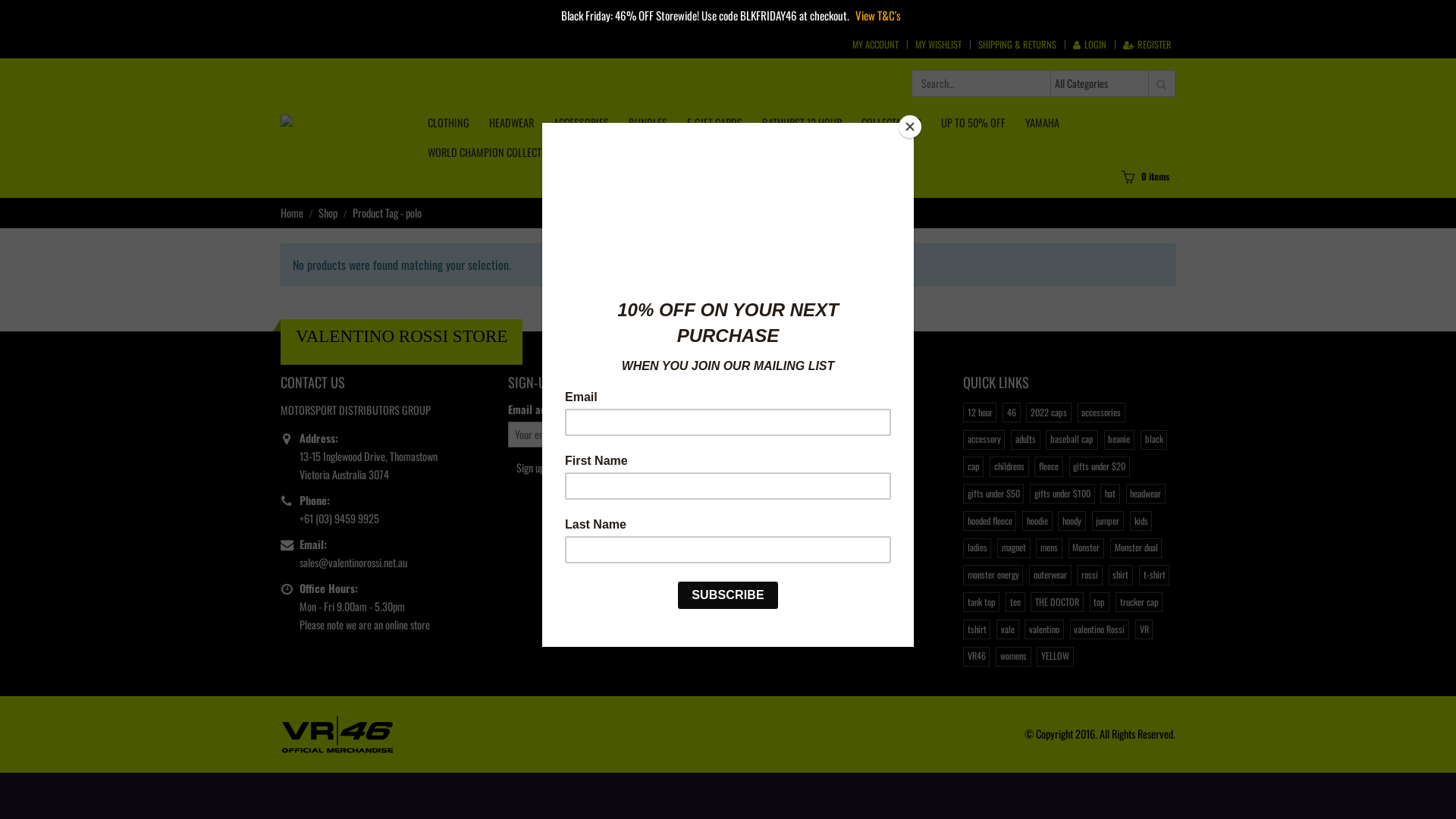  I want to click on 'Monster dual', so click(1135, 548).